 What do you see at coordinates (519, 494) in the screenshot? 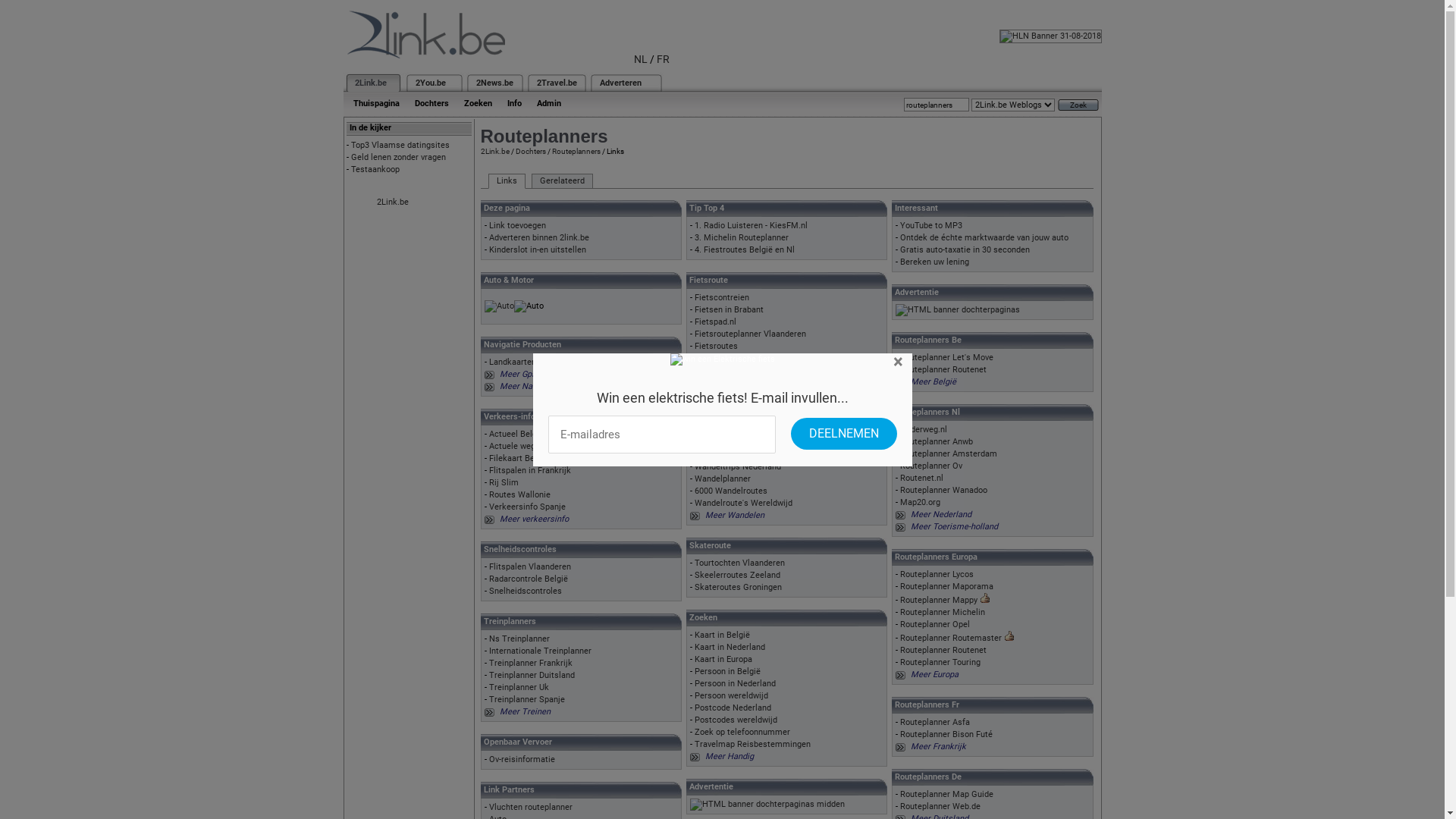
I see `'Routes Wallonie'` at bounding box center [519, 494].